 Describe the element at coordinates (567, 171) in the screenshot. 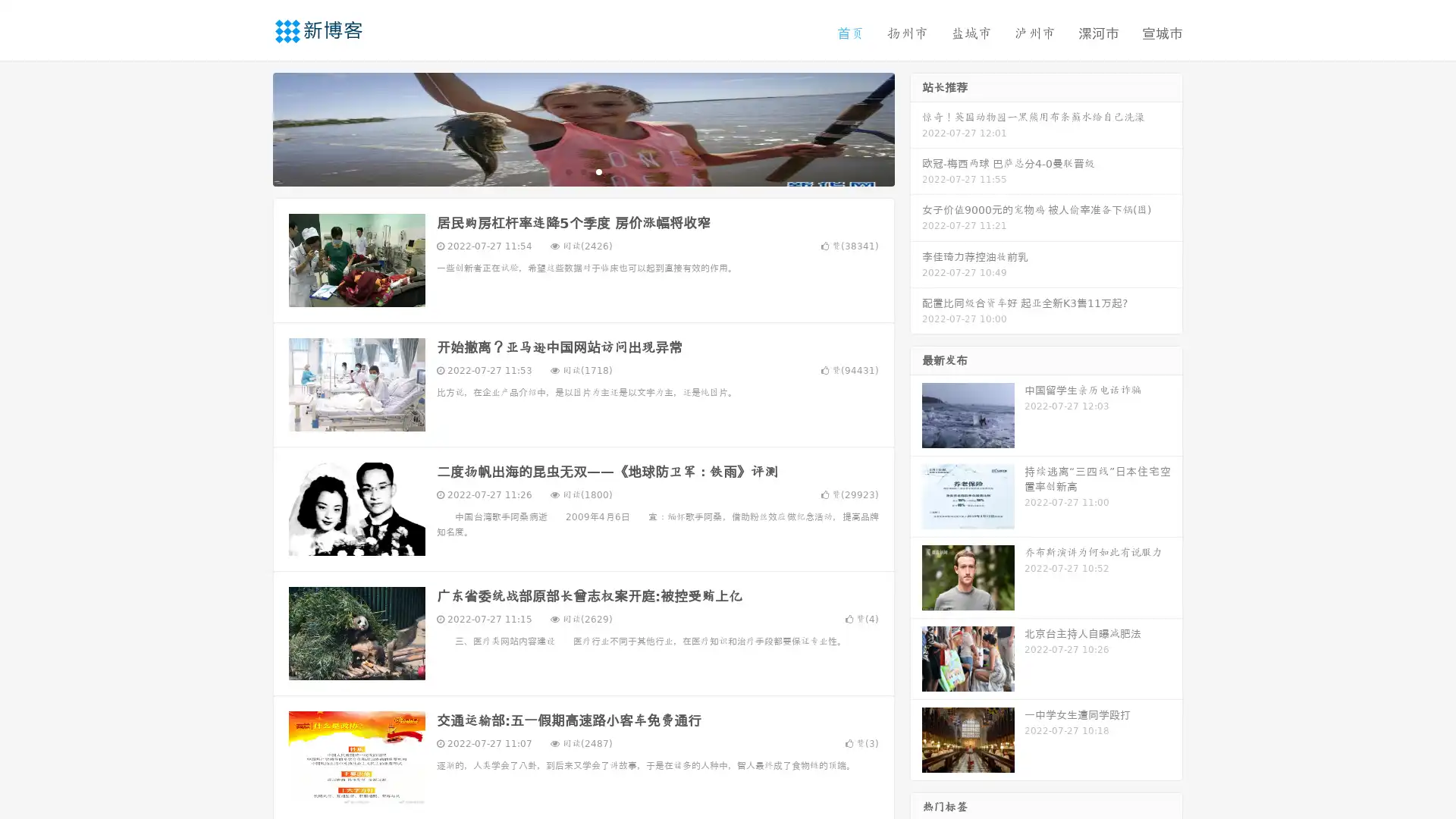

I see `Go to slide 1` at that location.